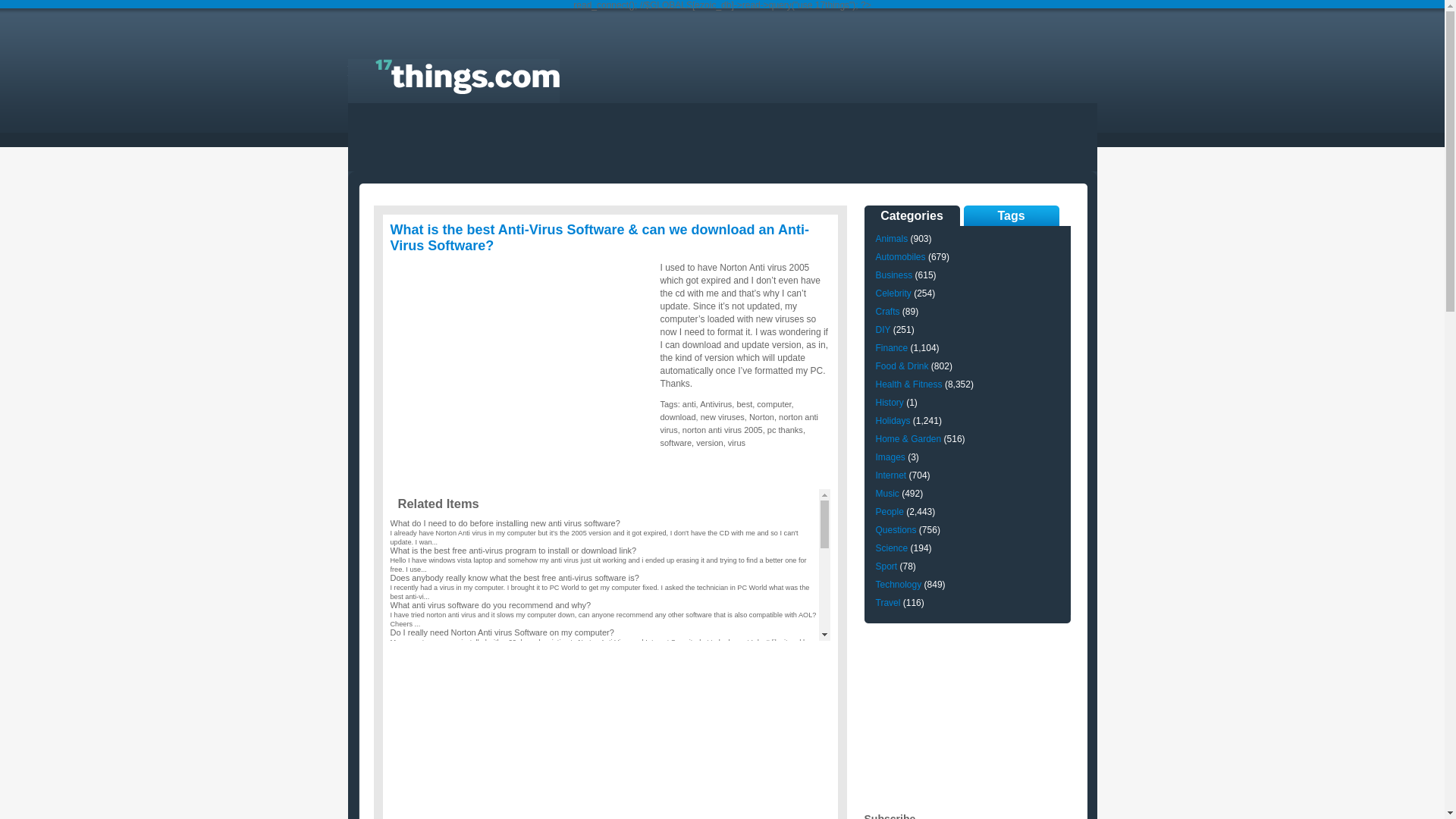 The width and height of the screenshot is (1456, 819). I want to click on 'Finance', so click(891, 348).